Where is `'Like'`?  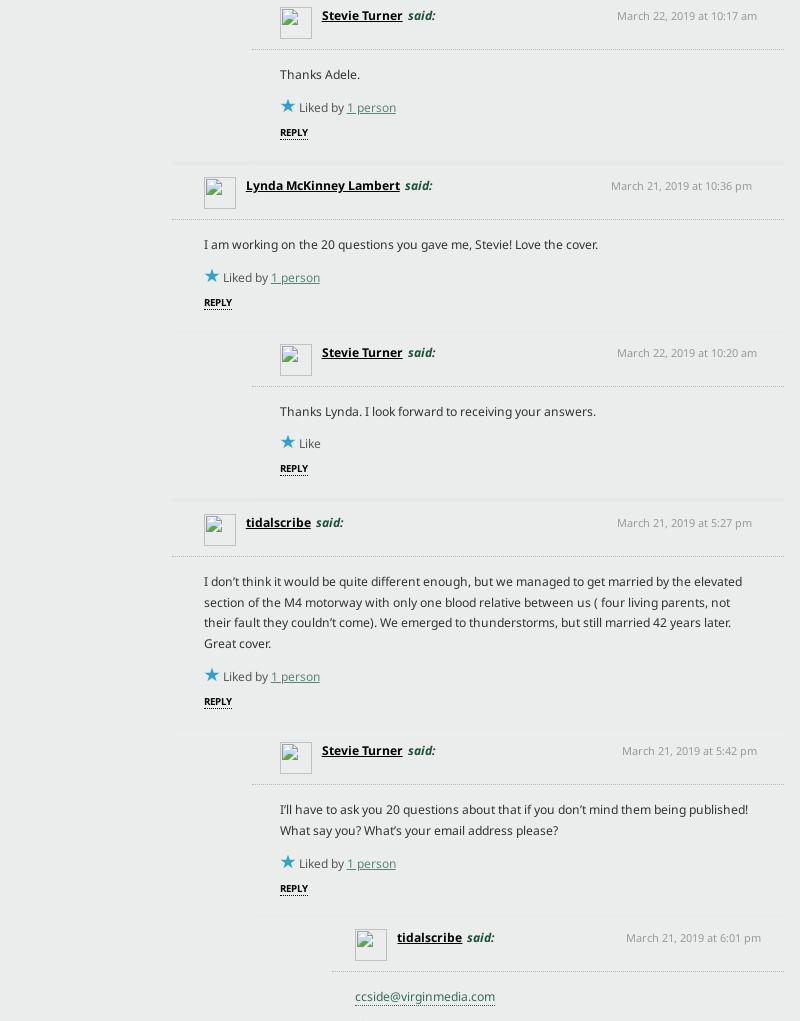 'Like' is located at coordinates (307, 443).